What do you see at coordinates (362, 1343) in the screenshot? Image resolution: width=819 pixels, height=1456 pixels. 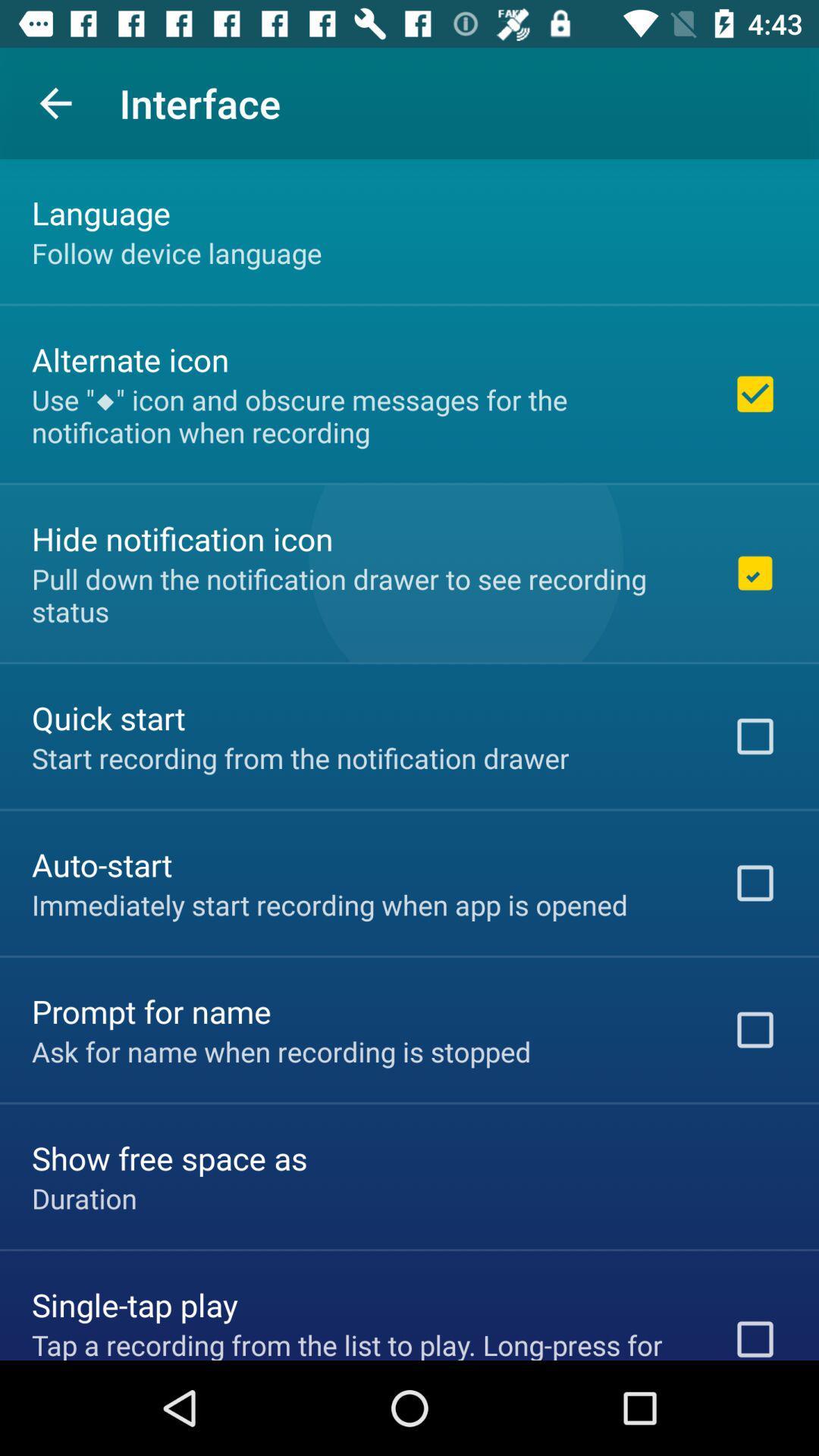 I see `the item below the single-tap play icon` at bounding box center [362, 1343].